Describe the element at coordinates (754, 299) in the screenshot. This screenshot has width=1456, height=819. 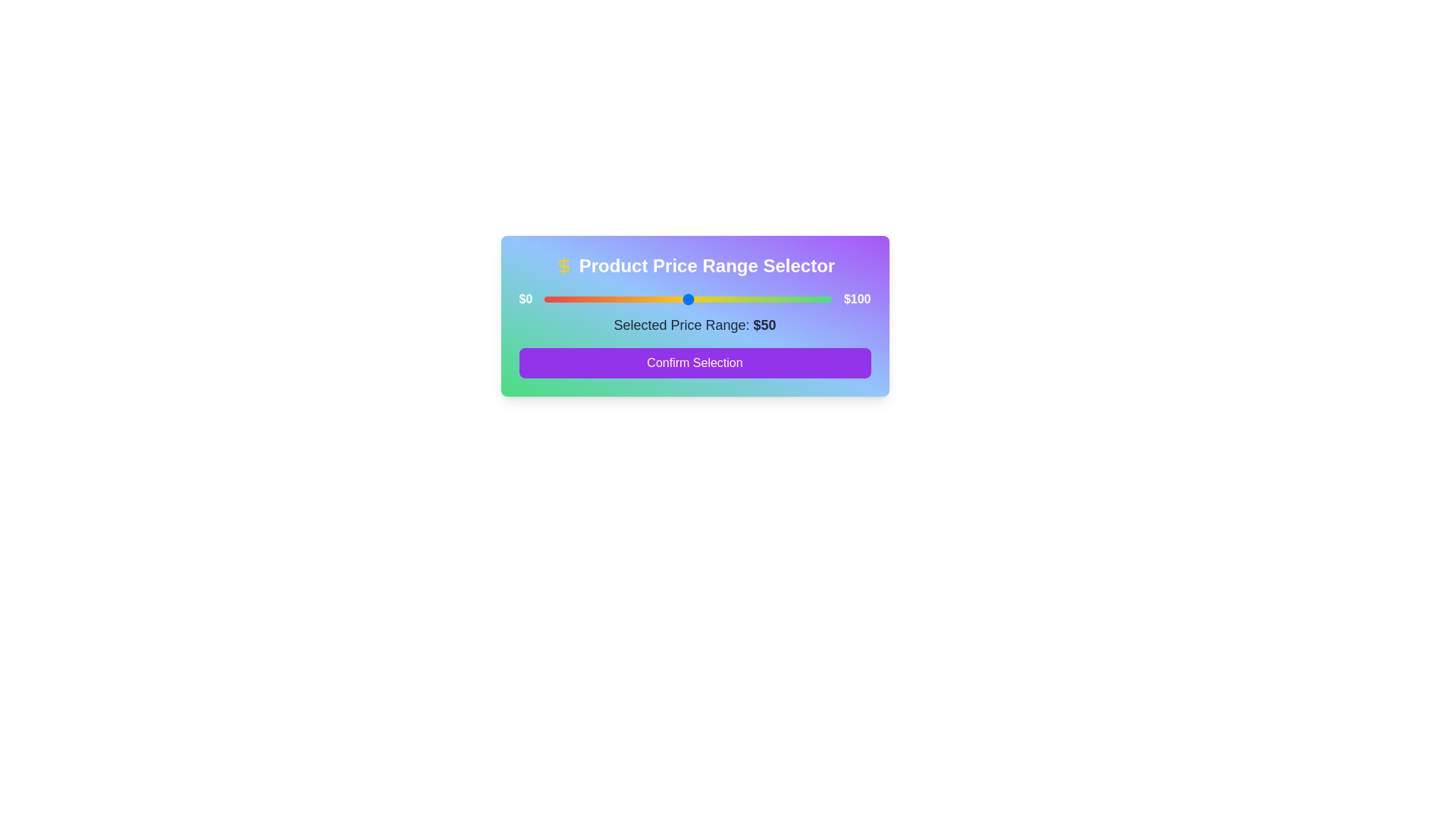
I see `the price range slider to set the value to 73` at that location.